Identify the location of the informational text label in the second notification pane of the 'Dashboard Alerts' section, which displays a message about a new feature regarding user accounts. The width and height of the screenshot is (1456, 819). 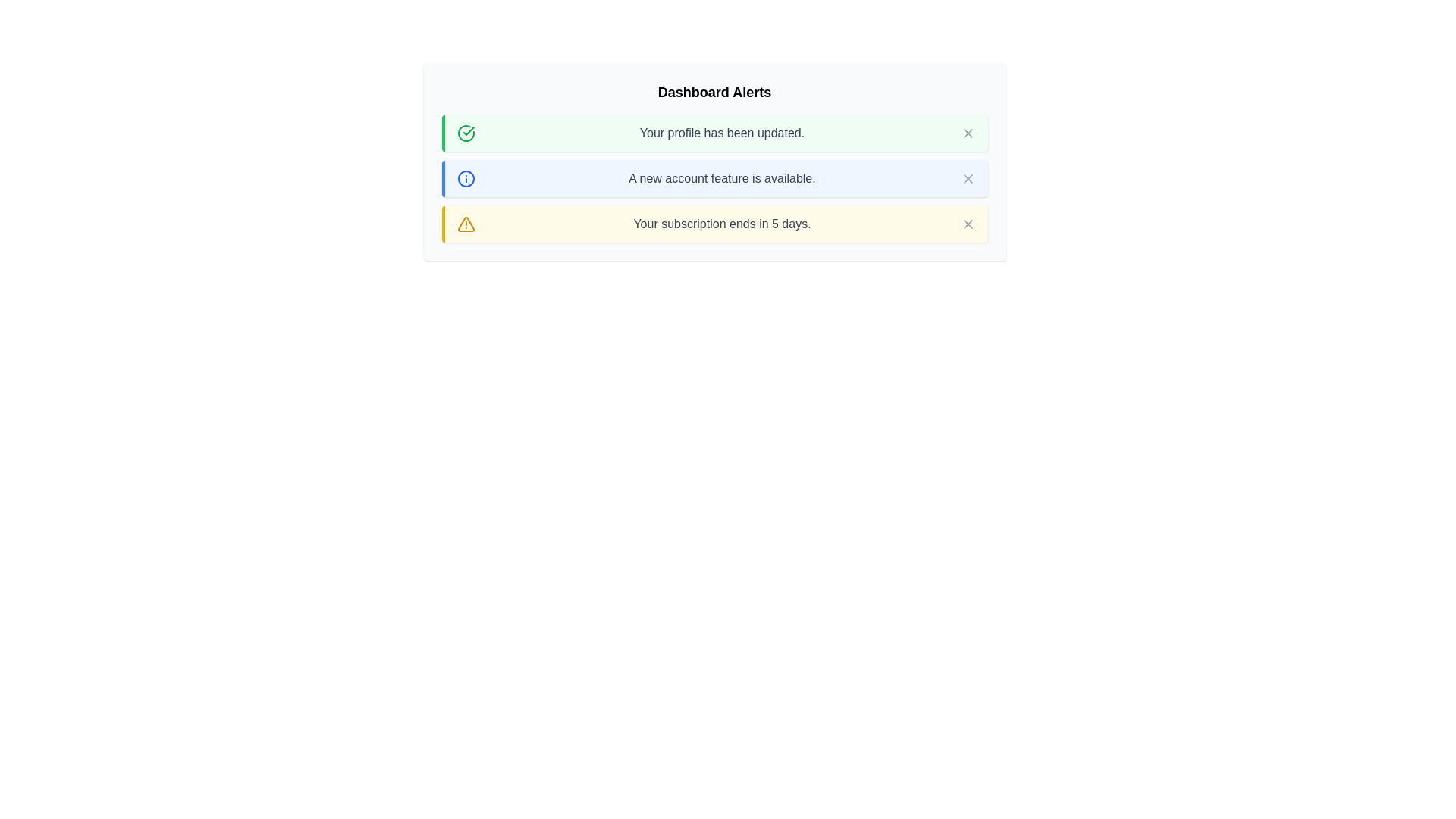
(721, 177).